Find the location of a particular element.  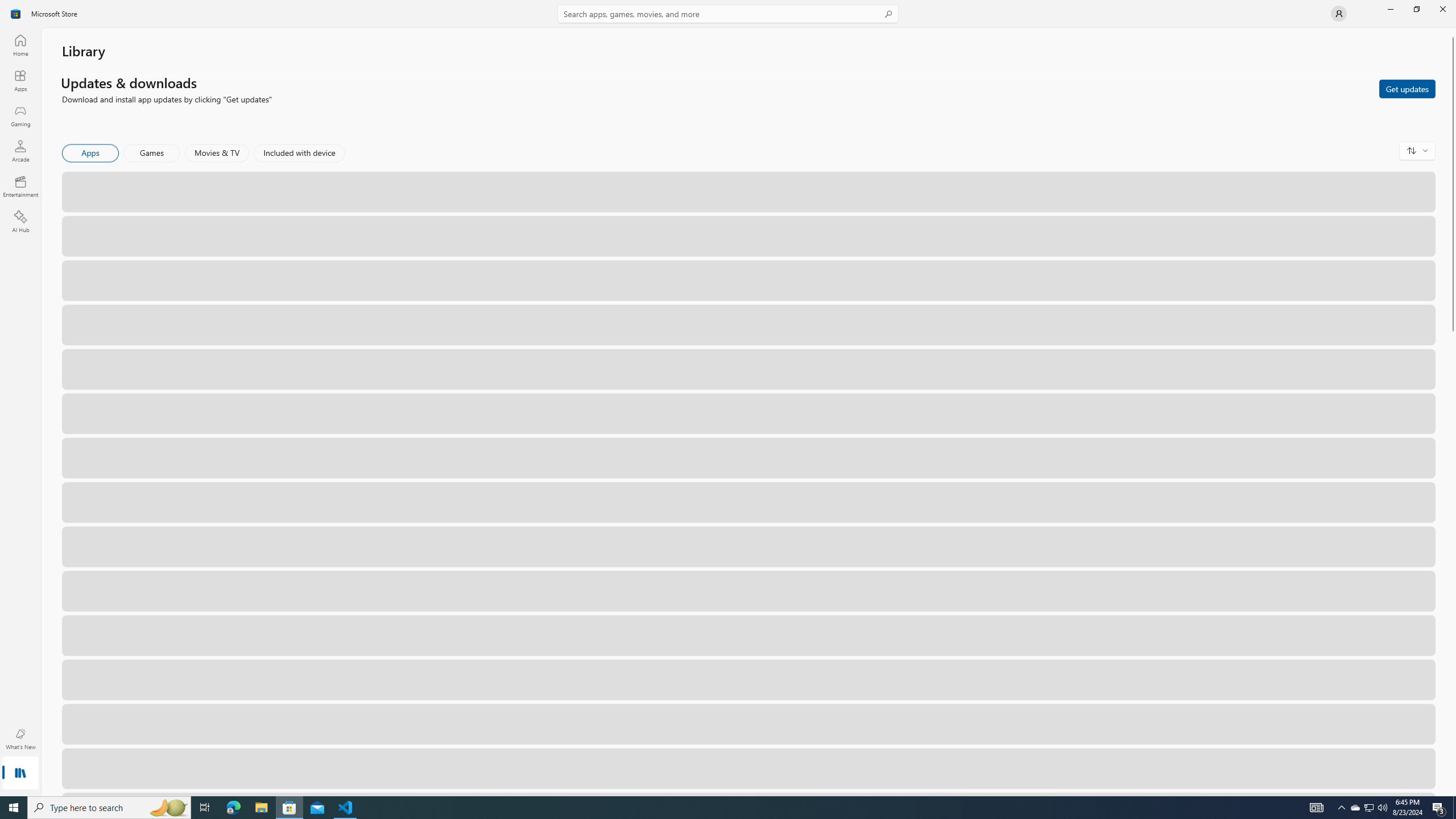

'Arcade' is located at coordinates (19, 150).